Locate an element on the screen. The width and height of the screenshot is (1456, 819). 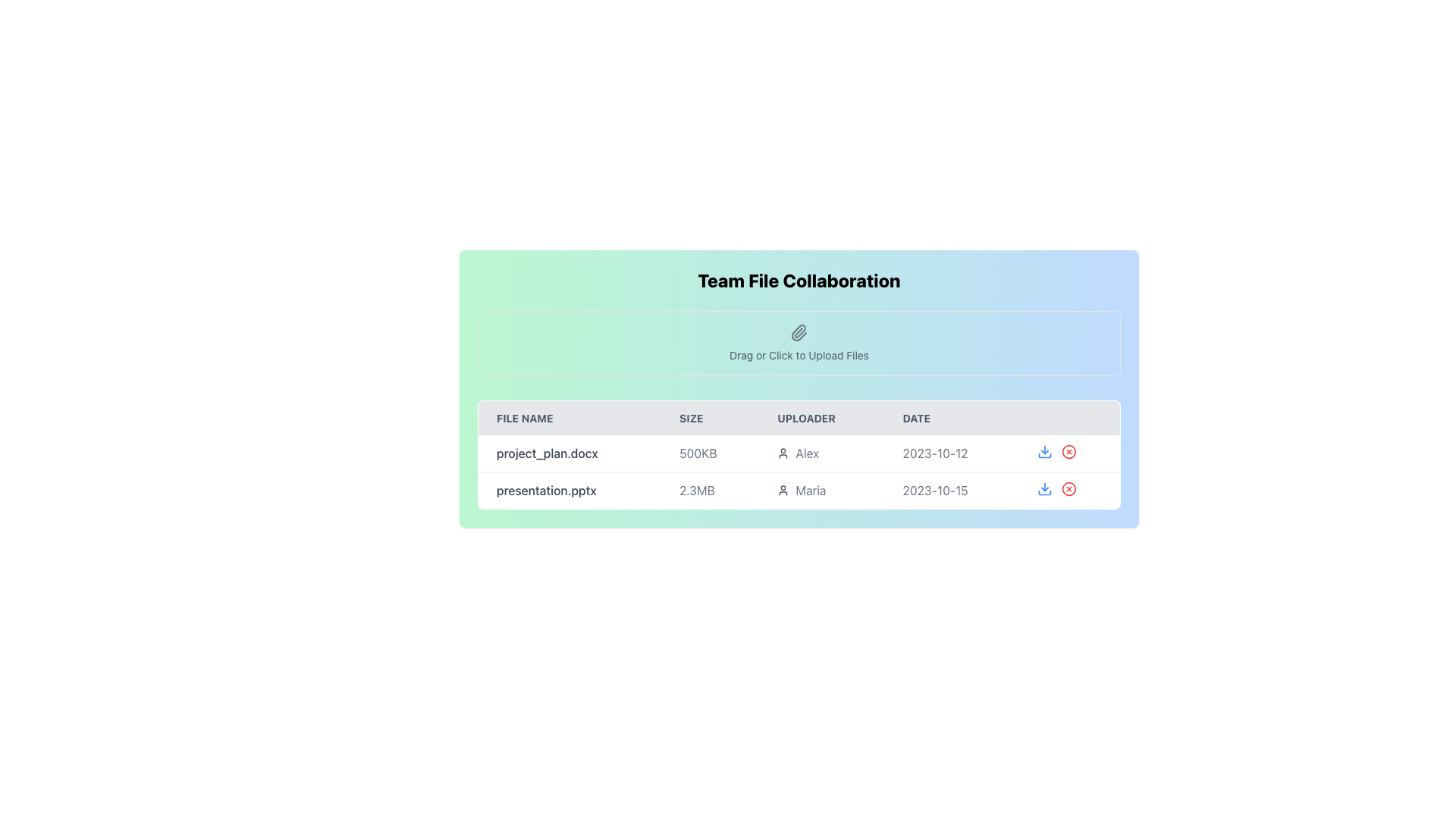
details of the first row in the table displaying metadata for the file 'project_plan.docx', which includes its name, size, uploader, and date is located at coordinates (799, 452).